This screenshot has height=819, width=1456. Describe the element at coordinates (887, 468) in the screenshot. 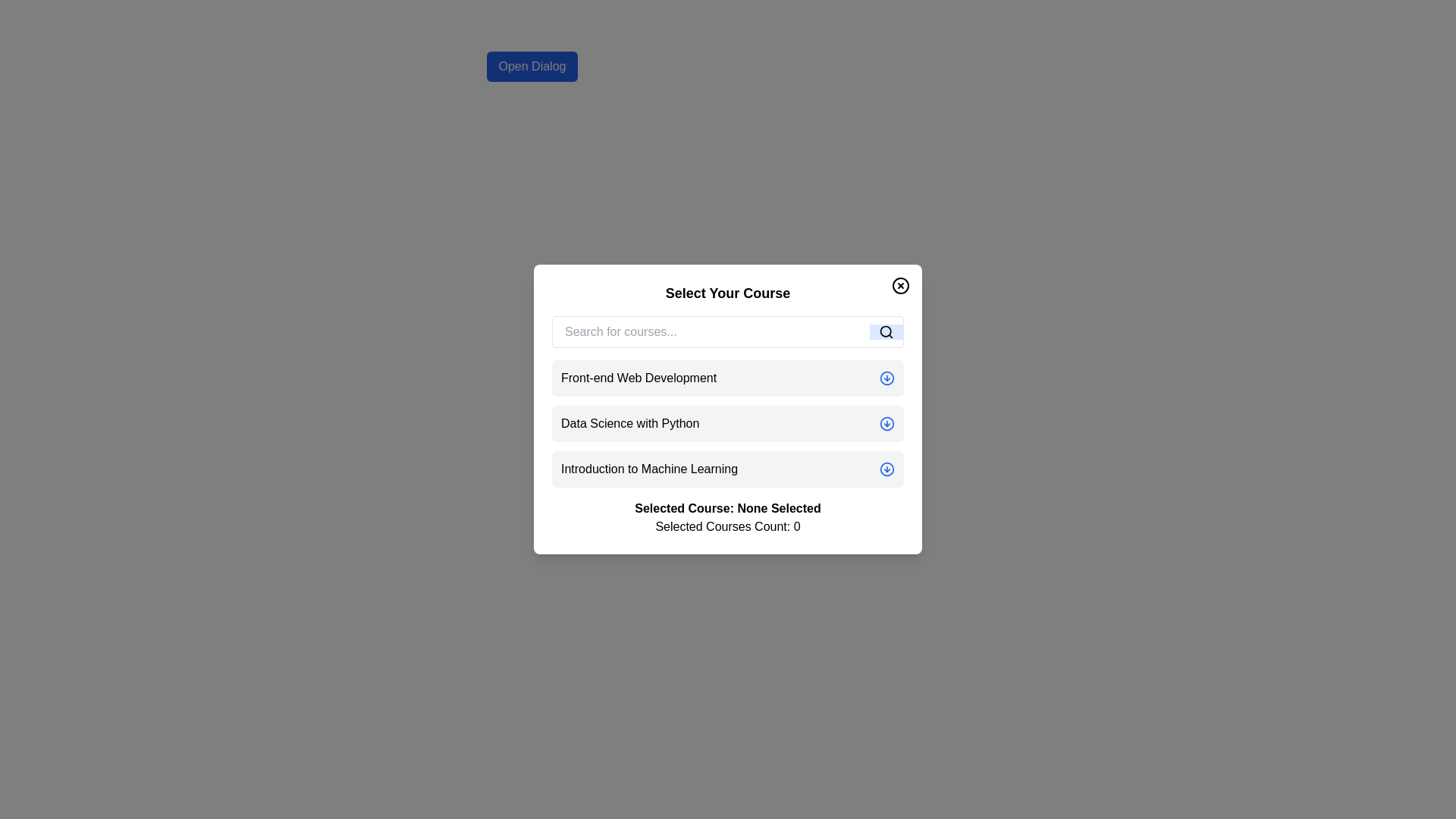

I see `the stylized button with a downward-pointing arrow icon circled within a blue ring, located at the bottom-right corner of the dialog box listing courses` at that location.